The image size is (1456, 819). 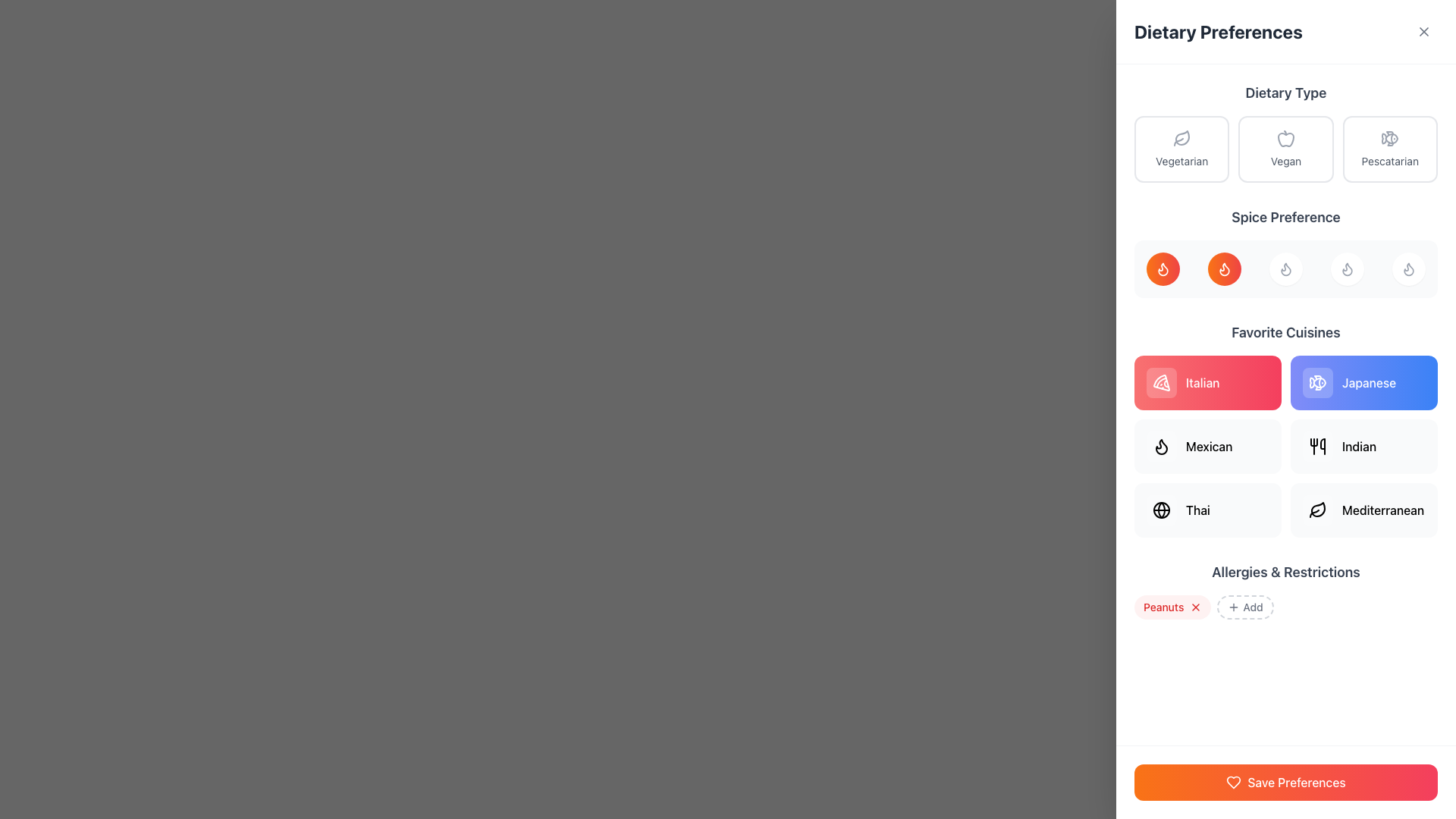 I want to click on the pizza slice icon in the 'Favorite Cuisines' section, which is the primary icon for the 'Italian' cuisine selection, so click(x=1160, y=382).